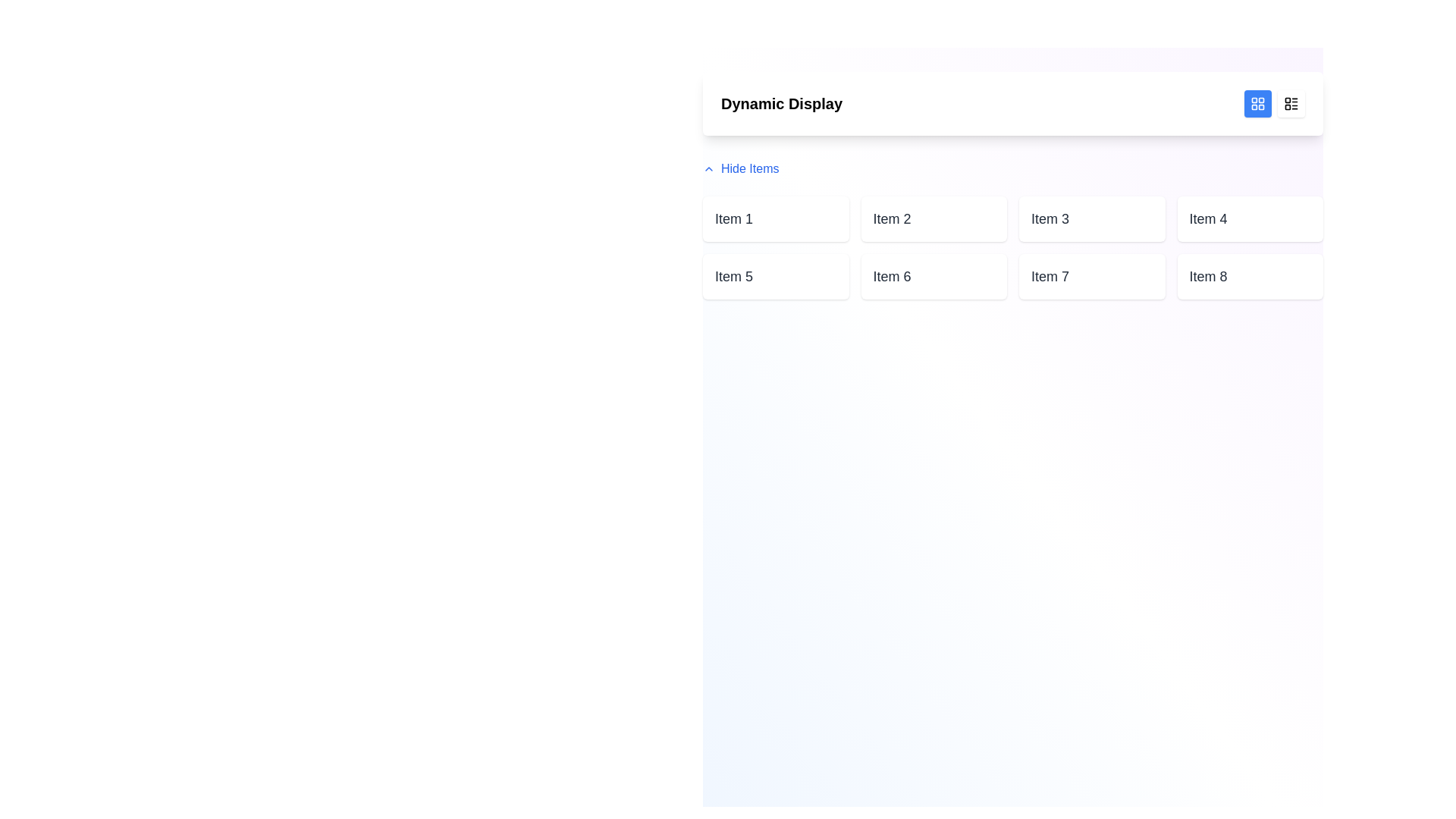 This screenshot has height=819, width=1456. What do you see at coordinates (734, 219) in the screenshot?
I see `text displayed by the 'Item 1' text label, which is bold and centrally placed within the first card of a 2x4 grid structure` at bounding box center [734, 219].